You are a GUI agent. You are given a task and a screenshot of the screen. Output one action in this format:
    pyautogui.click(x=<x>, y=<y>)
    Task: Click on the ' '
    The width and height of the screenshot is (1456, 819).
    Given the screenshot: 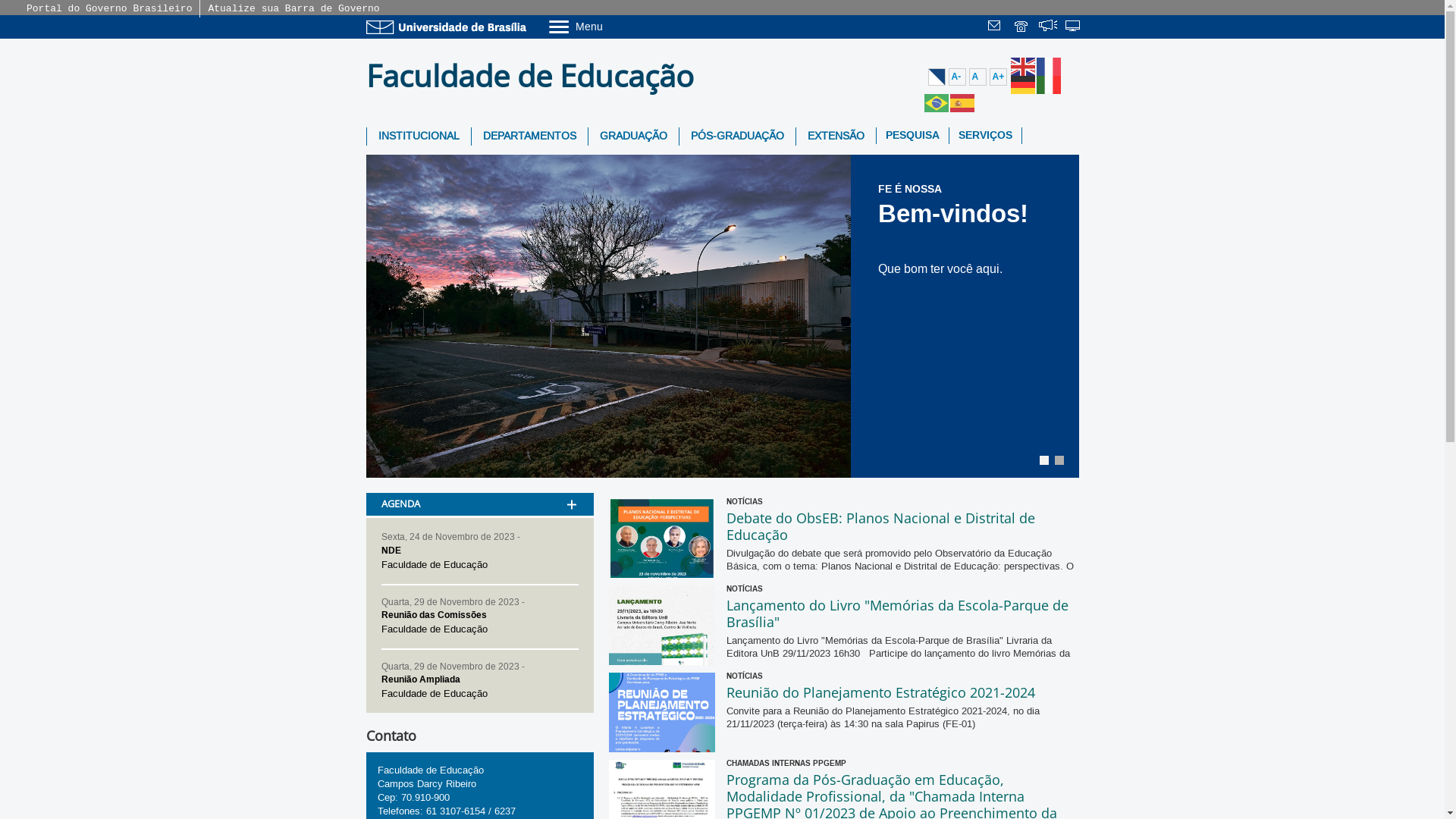 What is the action you would take?
    pyautogui.click(x=1022, y=27)
    